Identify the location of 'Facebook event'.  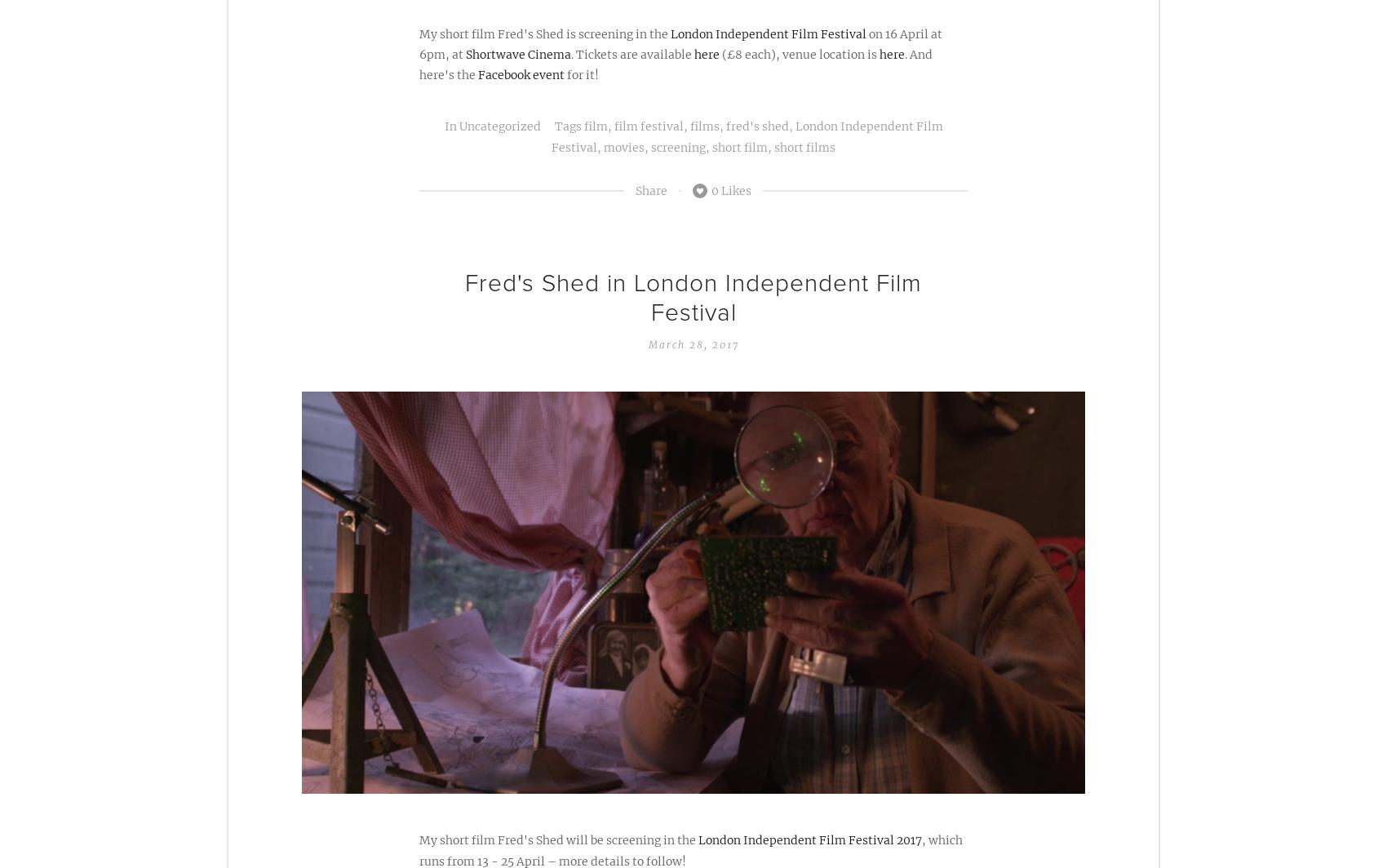
(521, 75).